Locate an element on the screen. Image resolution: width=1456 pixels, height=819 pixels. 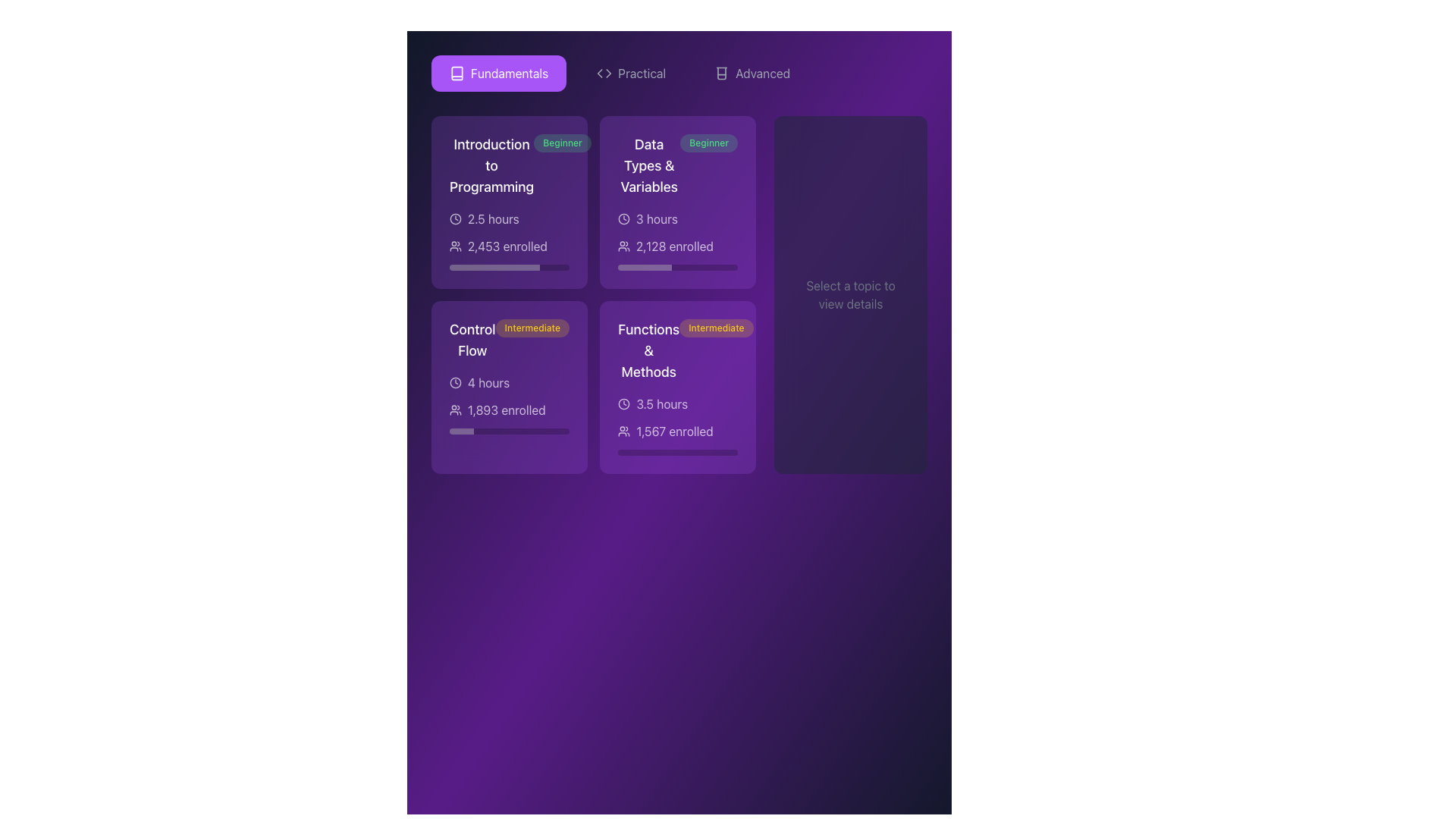
the 'users' icon that visually represents the concept of participants, located in the bottom-right card of the grid, preceding the textual content '1,567 enrolled' is located at coordinates (623, 431).